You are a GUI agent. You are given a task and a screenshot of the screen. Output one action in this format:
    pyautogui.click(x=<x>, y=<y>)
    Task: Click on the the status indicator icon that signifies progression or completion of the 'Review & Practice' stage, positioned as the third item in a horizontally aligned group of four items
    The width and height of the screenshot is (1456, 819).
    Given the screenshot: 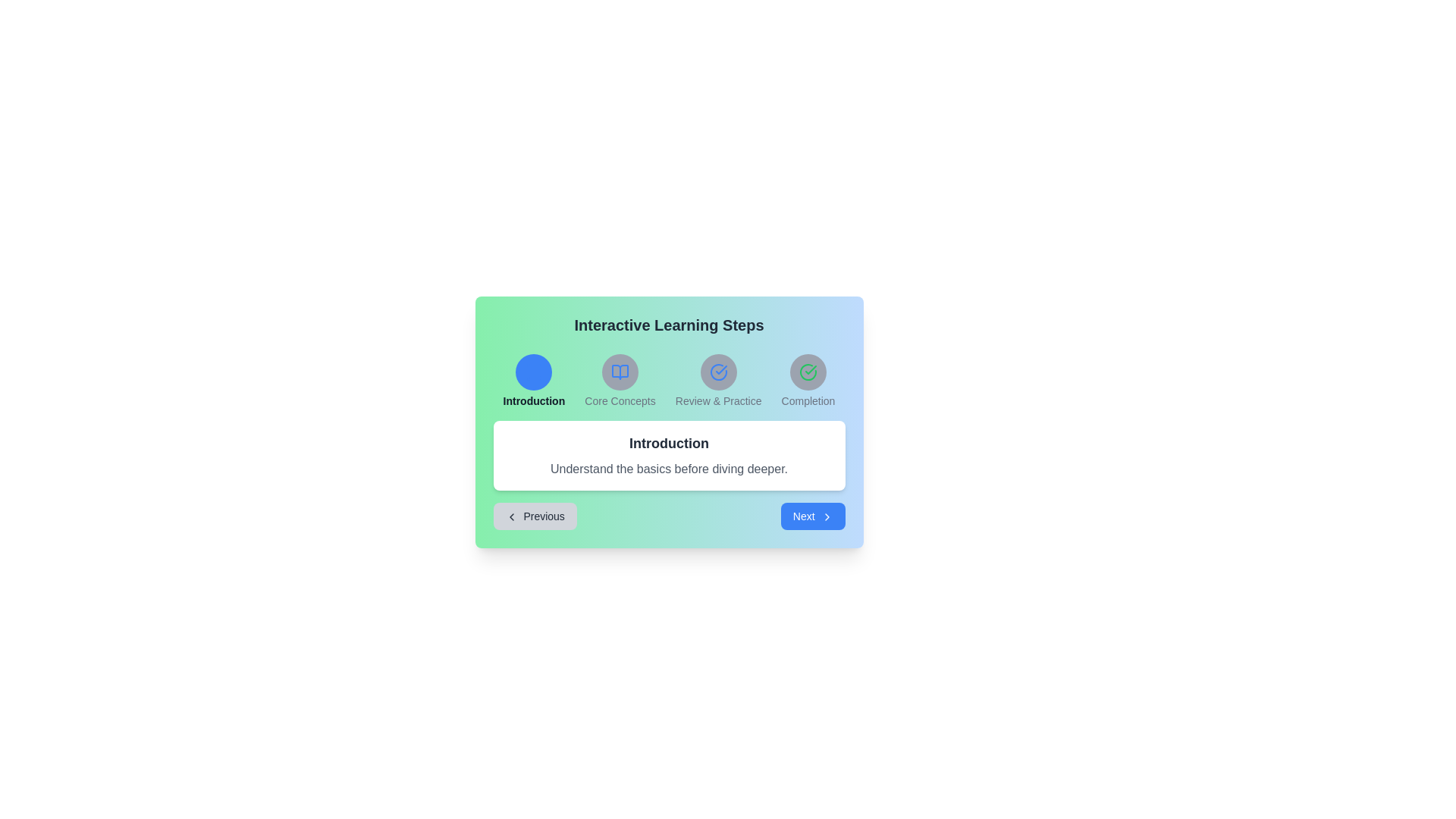 What is the action you would take?
    pyautogui.click(x=717, y=380)
    